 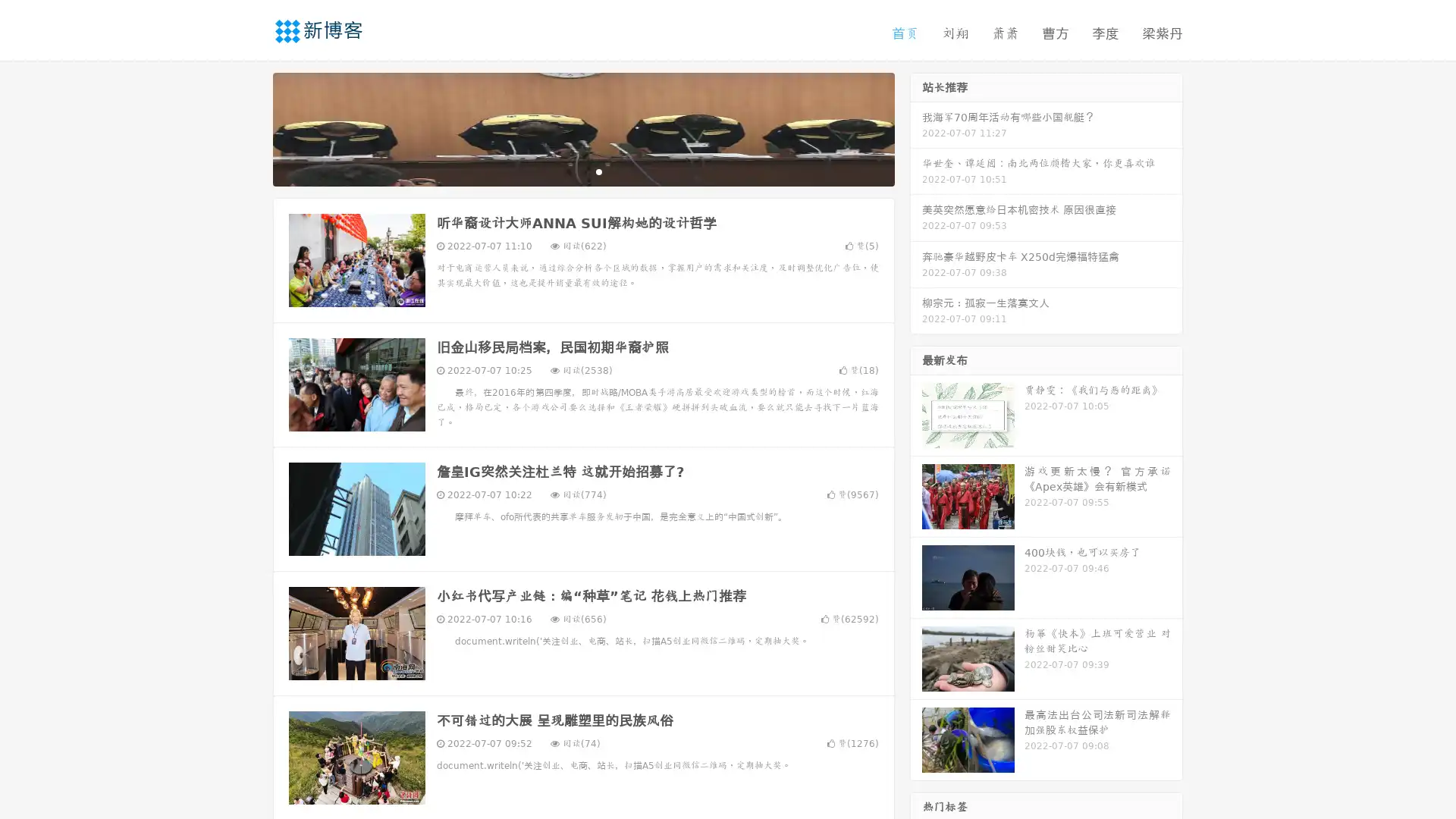 What do you see at coordinates (582, 171) in the screenshot?
I see `Go to slide 2` at bounding box center [582, 171].